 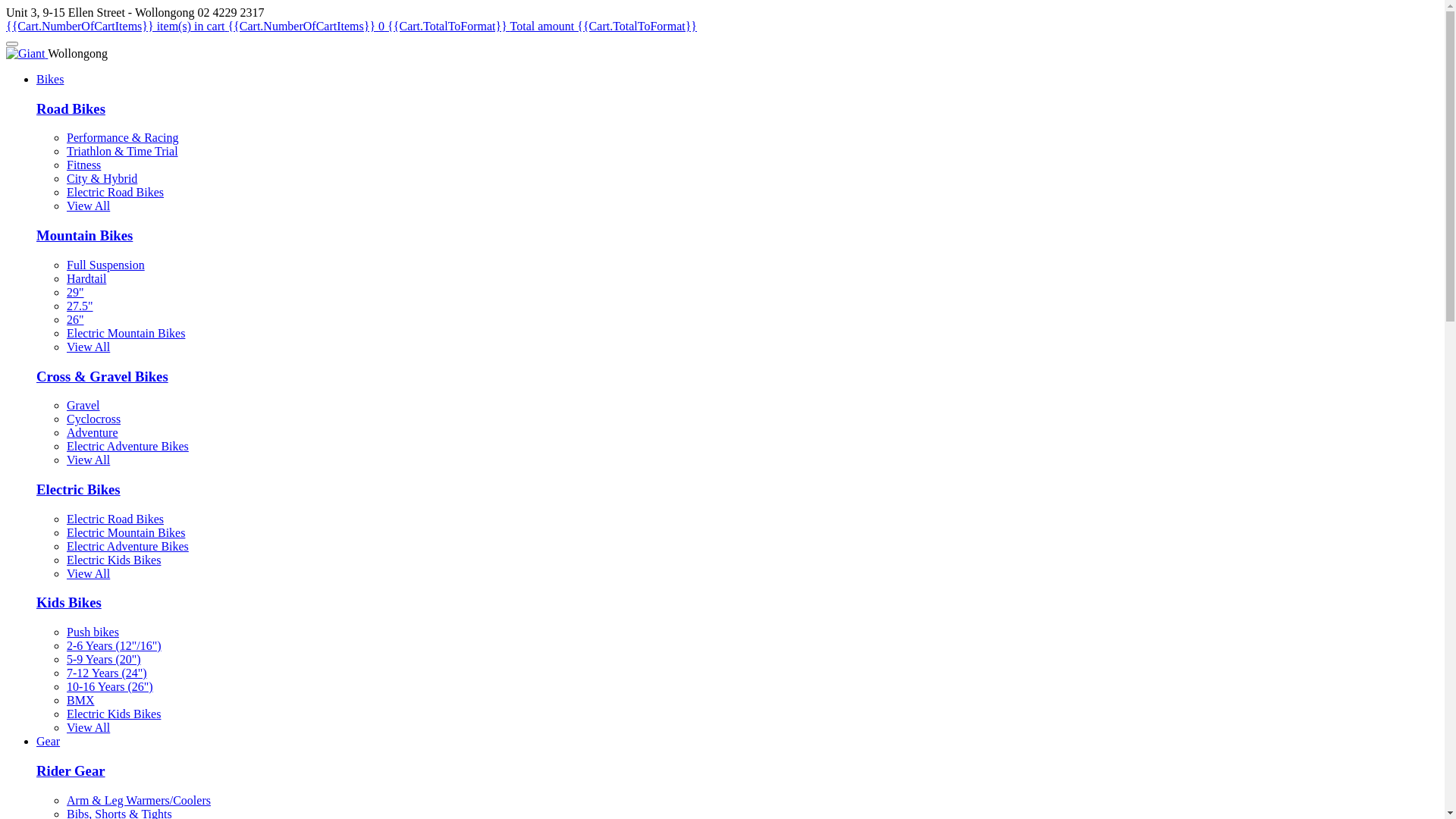 I want to click on 'Electric Bikes', so click(x=77, y=489).